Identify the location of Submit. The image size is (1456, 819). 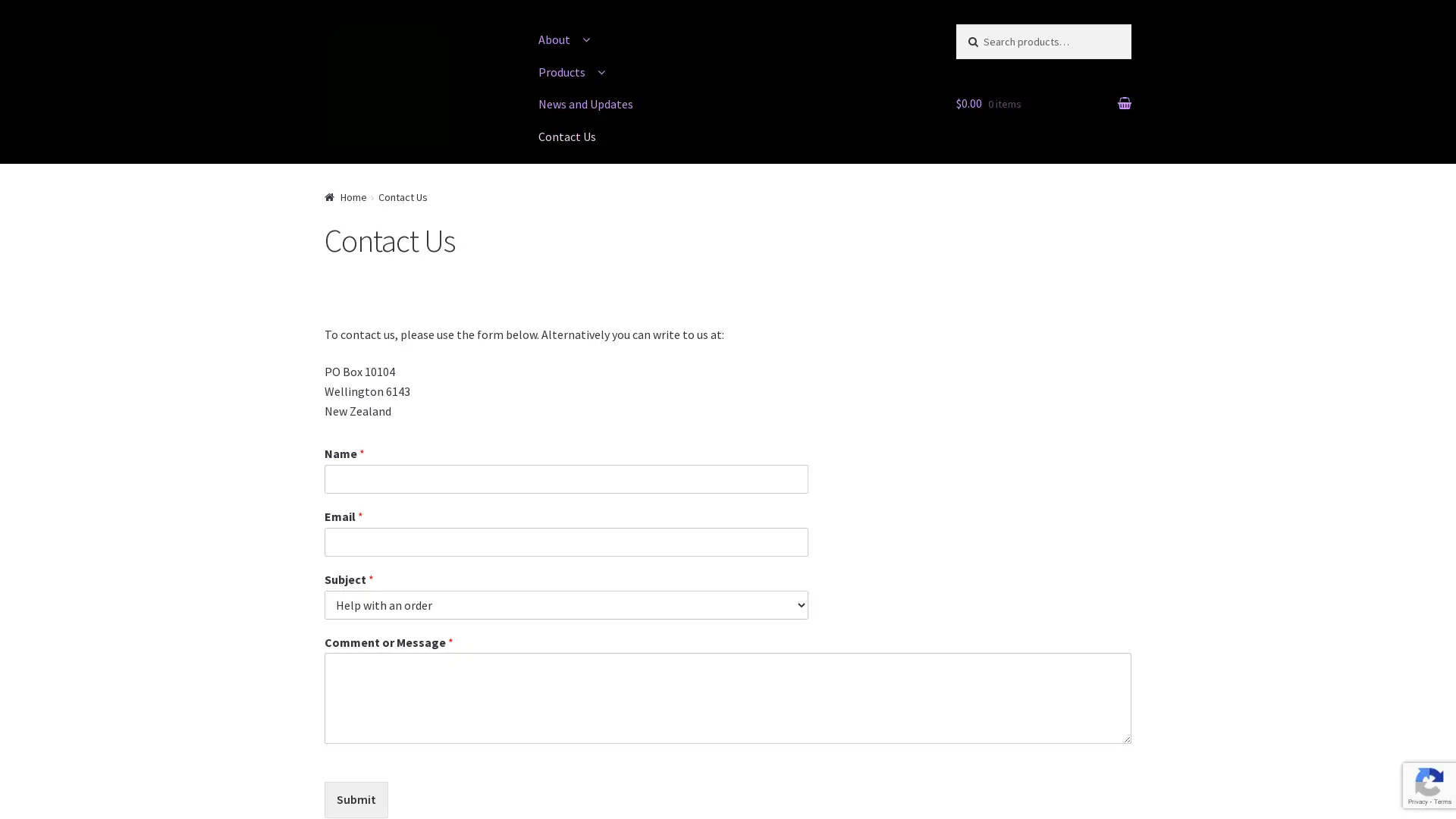
(356, 799).